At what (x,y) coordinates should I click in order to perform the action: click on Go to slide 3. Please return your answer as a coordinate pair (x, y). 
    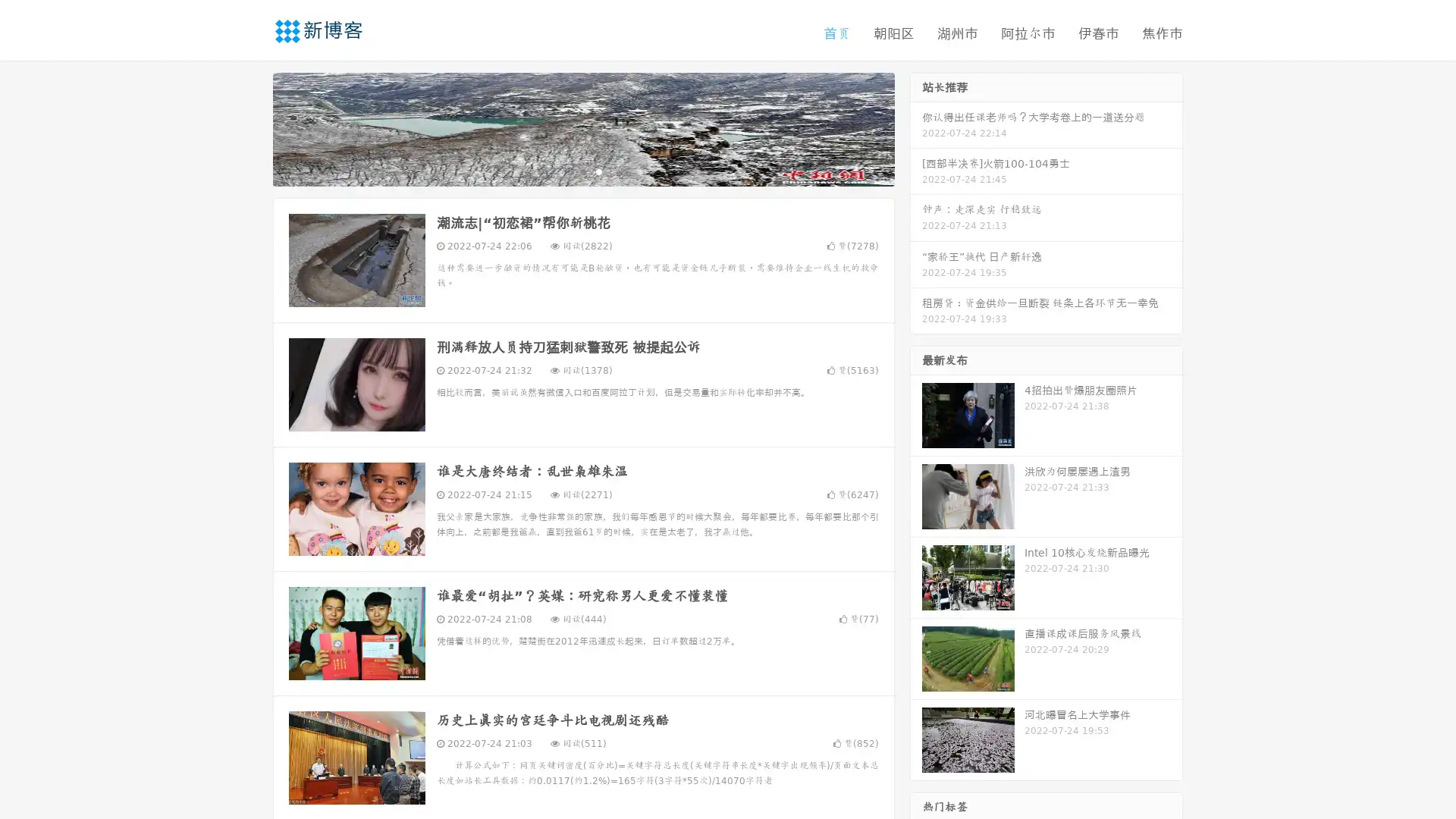
    Looking at the image, I should click on (598, 171).